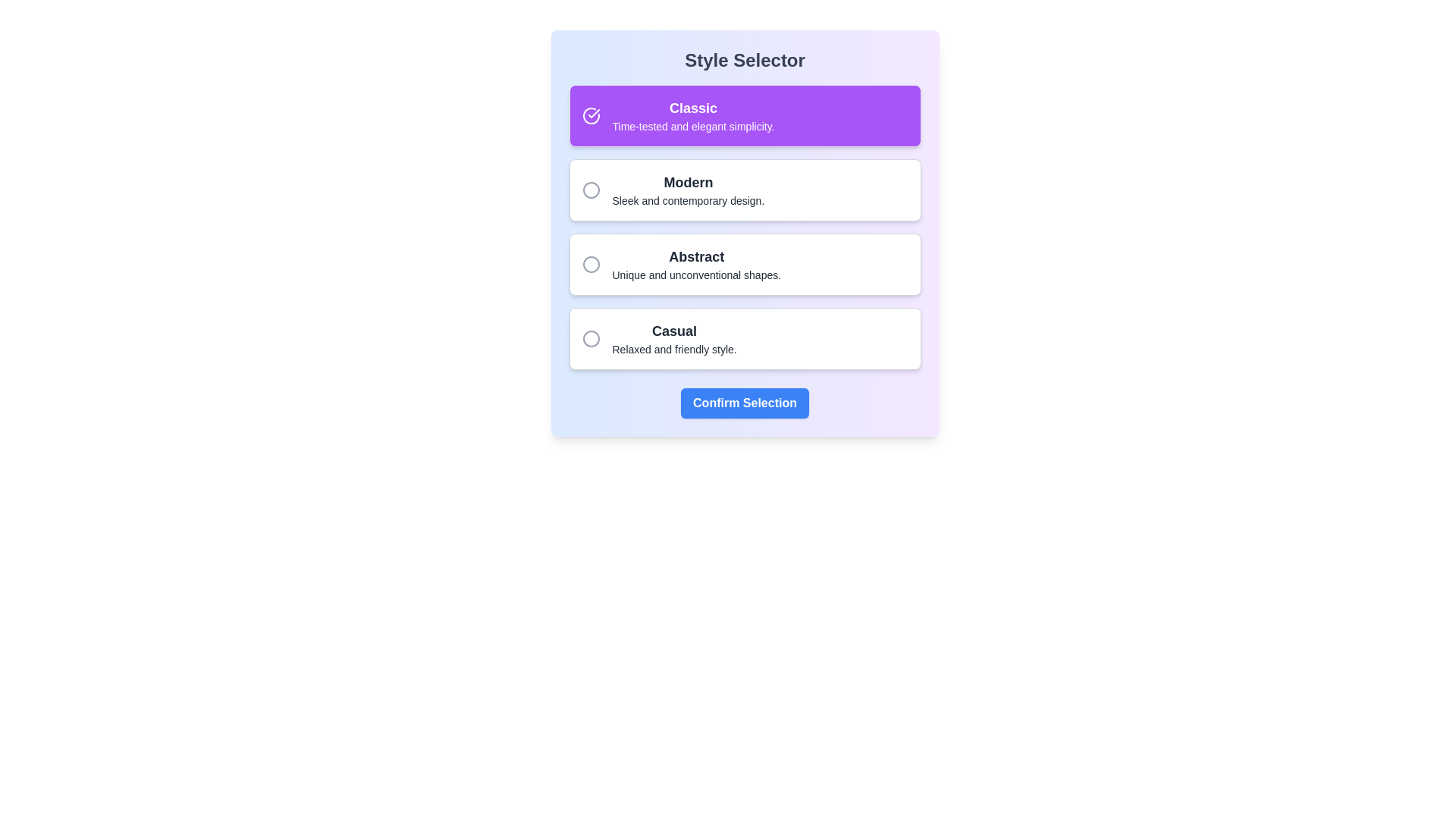  Describe the element at coordinates (590, 263) in the screenshot. I see `the SVG Circle representing the 'Abstract' style option by moving the cursor to its center point` at that location.